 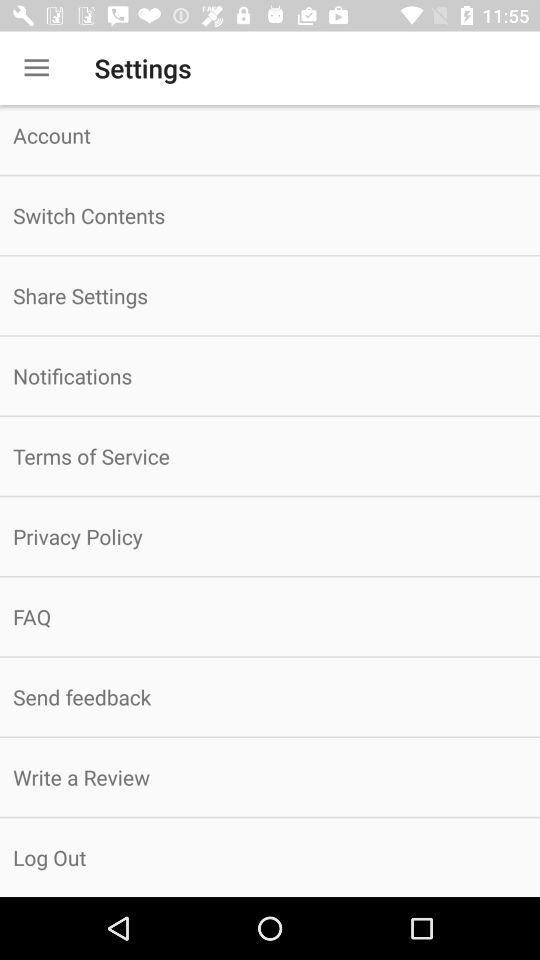 What do you see at coordinates (270, 294) in the screenshot?
I see `item below the switch contents` at bounding box center [270, 294].